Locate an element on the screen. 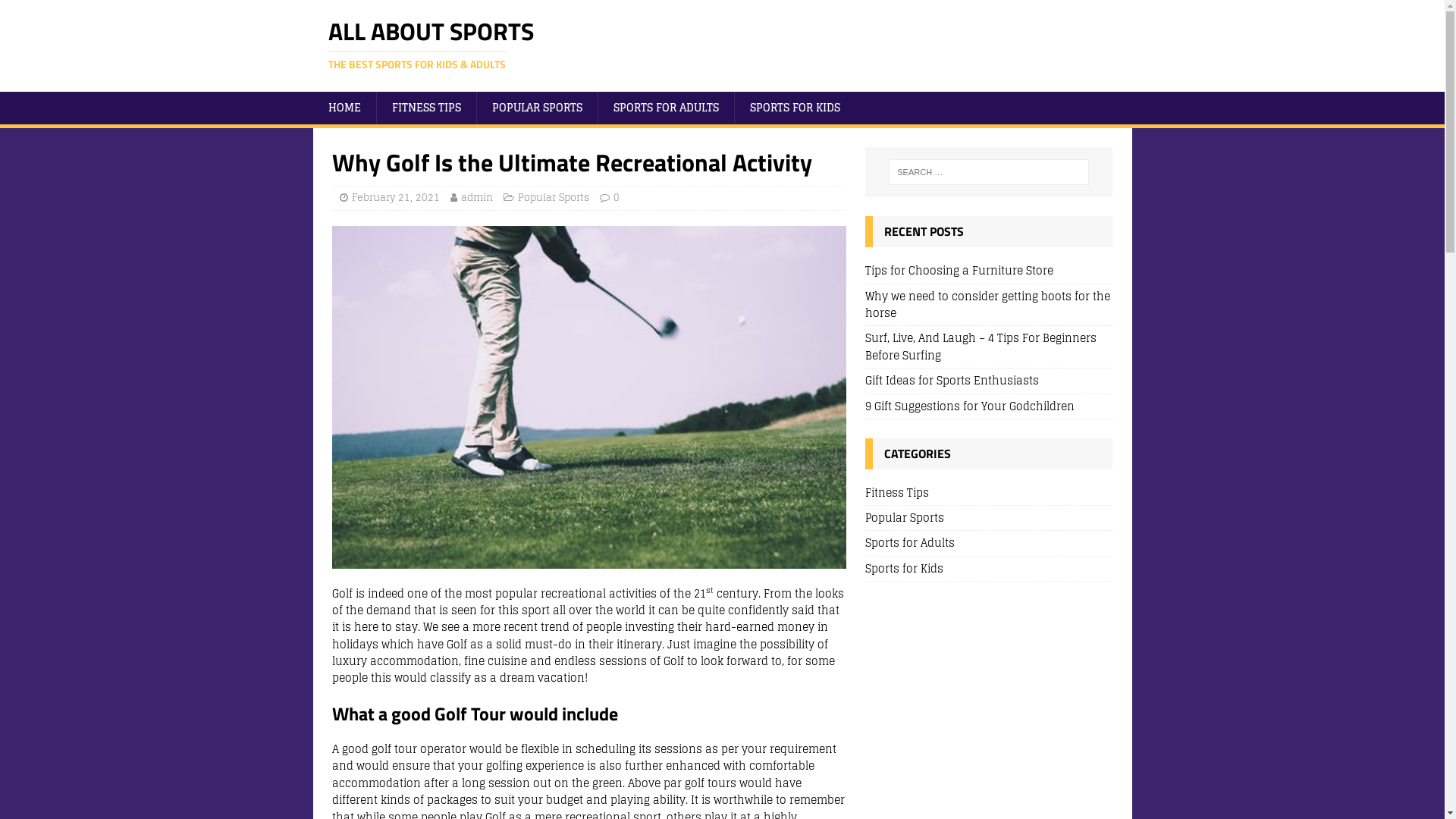  'SPORTS FOR KIDS' is located at coordinates (793, 107).